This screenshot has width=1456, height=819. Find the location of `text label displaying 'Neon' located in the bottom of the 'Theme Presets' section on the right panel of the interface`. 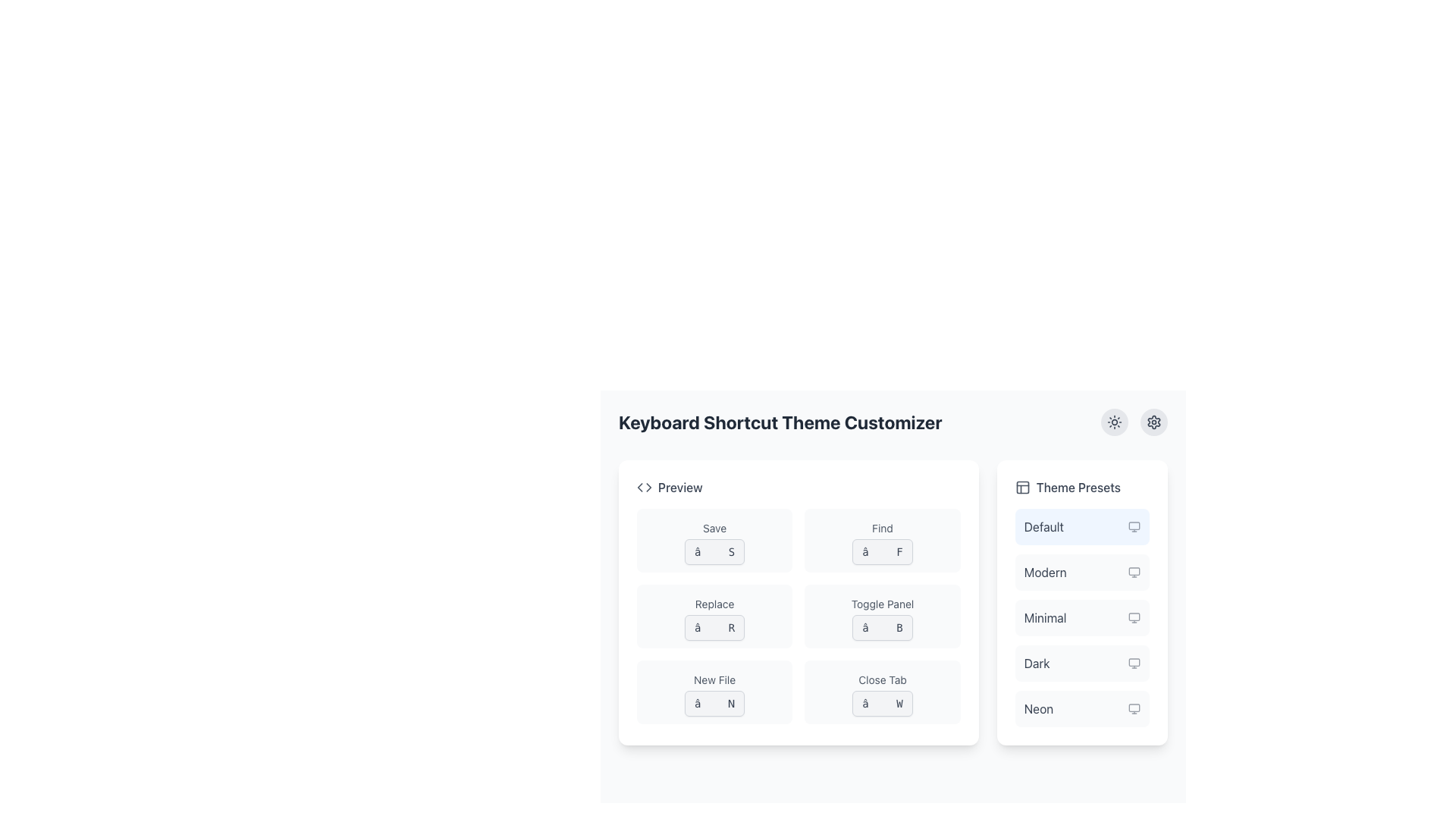

text label displaying 'Neon' located in the bottom of the 'Theme Presets' section on the right panel of the interface is located at coordinates (1037, 708).